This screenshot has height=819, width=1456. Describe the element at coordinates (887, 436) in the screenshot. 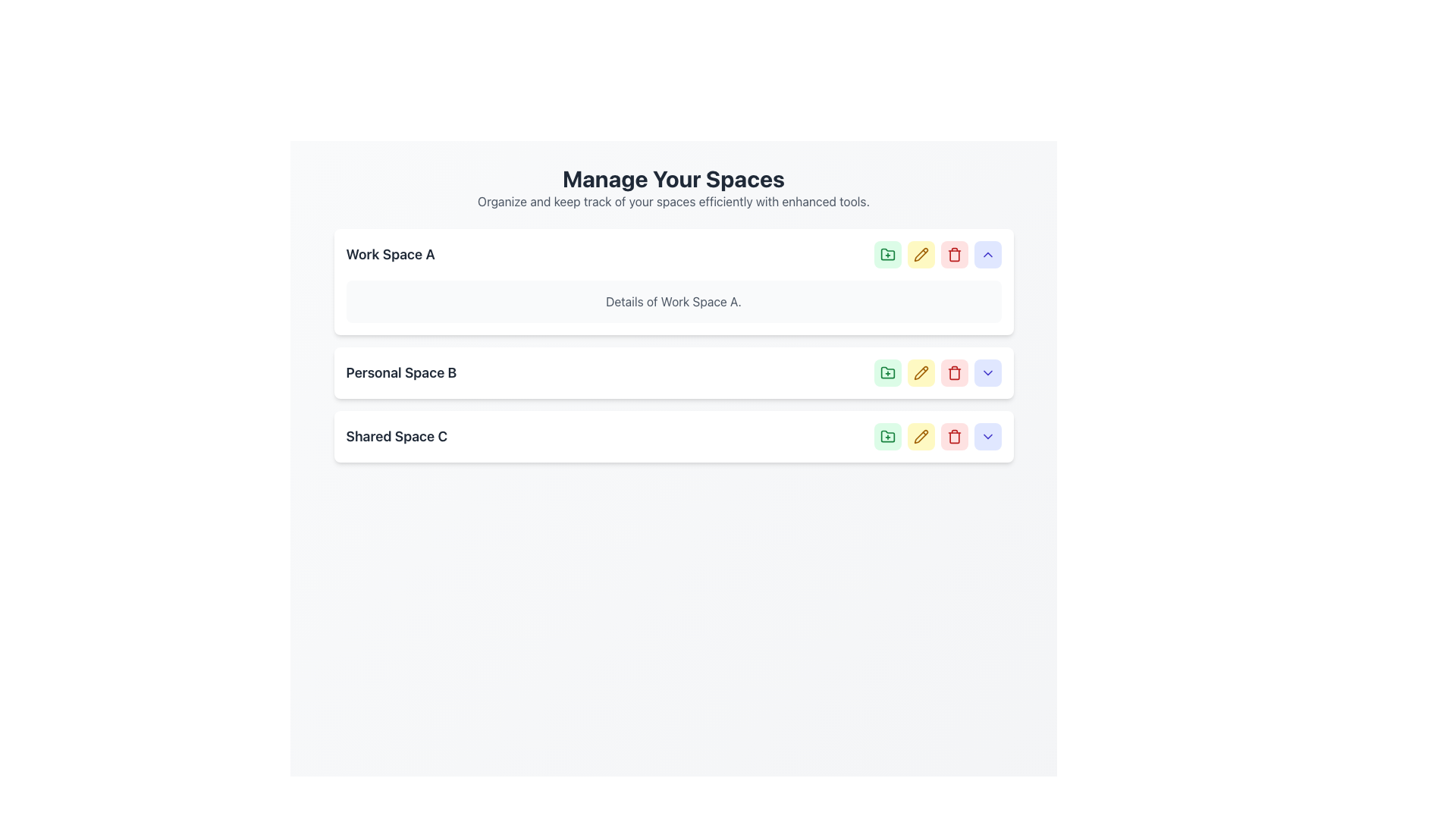

I see `the leftmost icon button resembling a folder with a plus sign in the control section of 'Shared Space C'` at that location.